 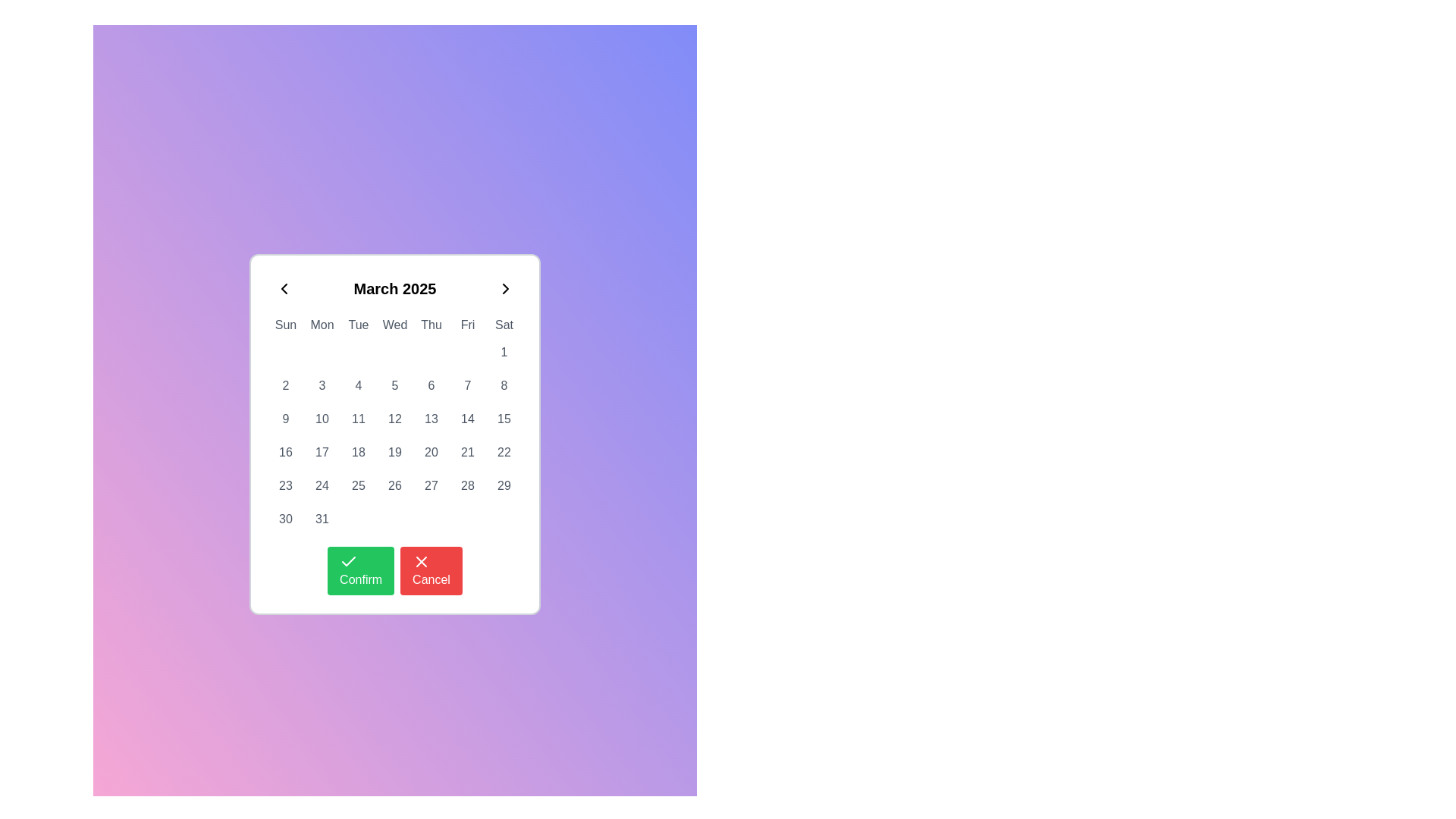 What do you see at coordinates (284, 289) in the screenshot?
I see `the button that navigates to the previous month on the calendar, located to the left of the title 'March 2025' in the header section` at bounding box center [284, 289].